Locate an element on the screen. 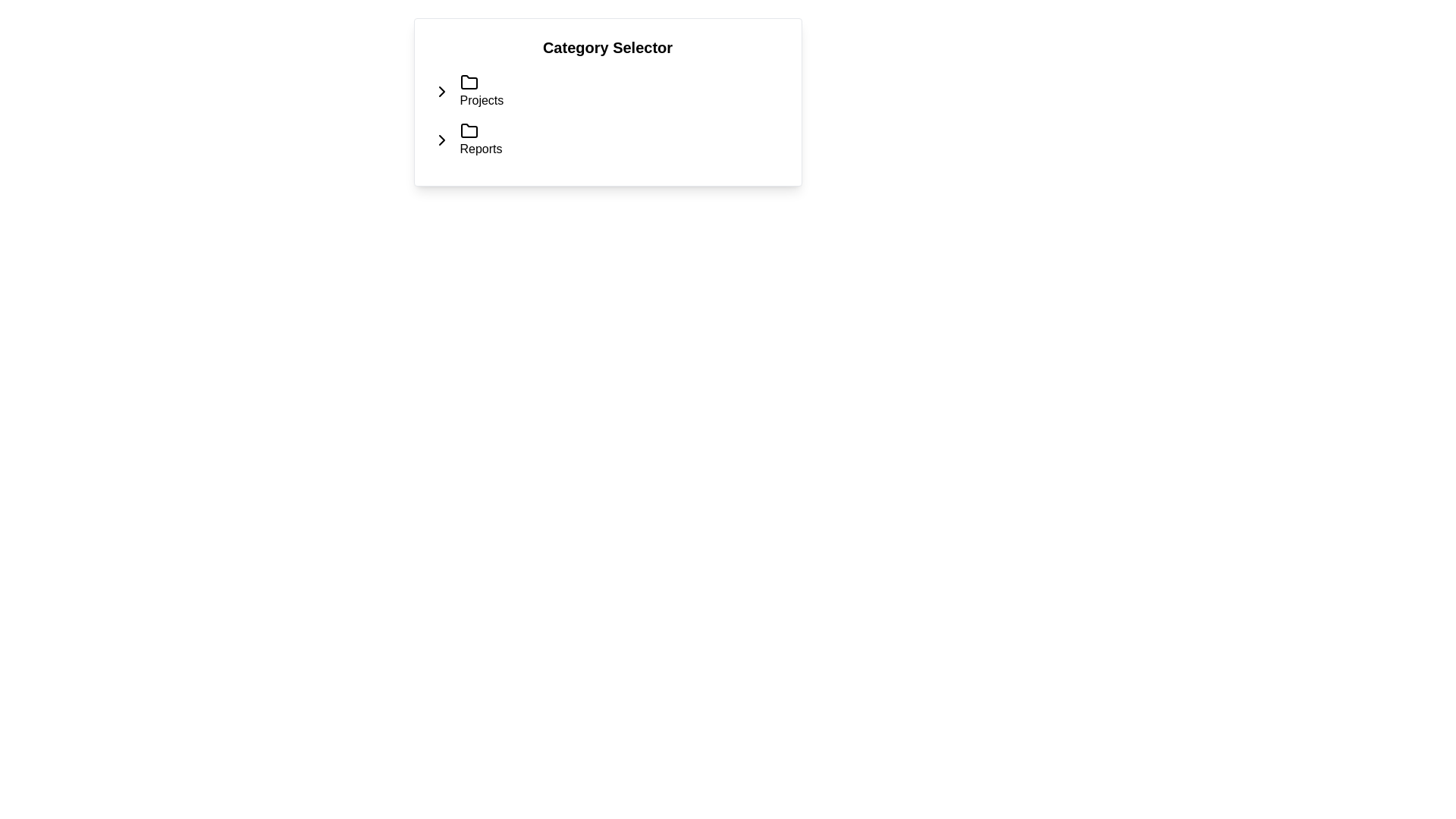 This screenshot has width=1456, height=819. the second interactive item in a vertical list, which functions as a selectable button for navigating to or viewing reports is located at coordinates (480, 140).